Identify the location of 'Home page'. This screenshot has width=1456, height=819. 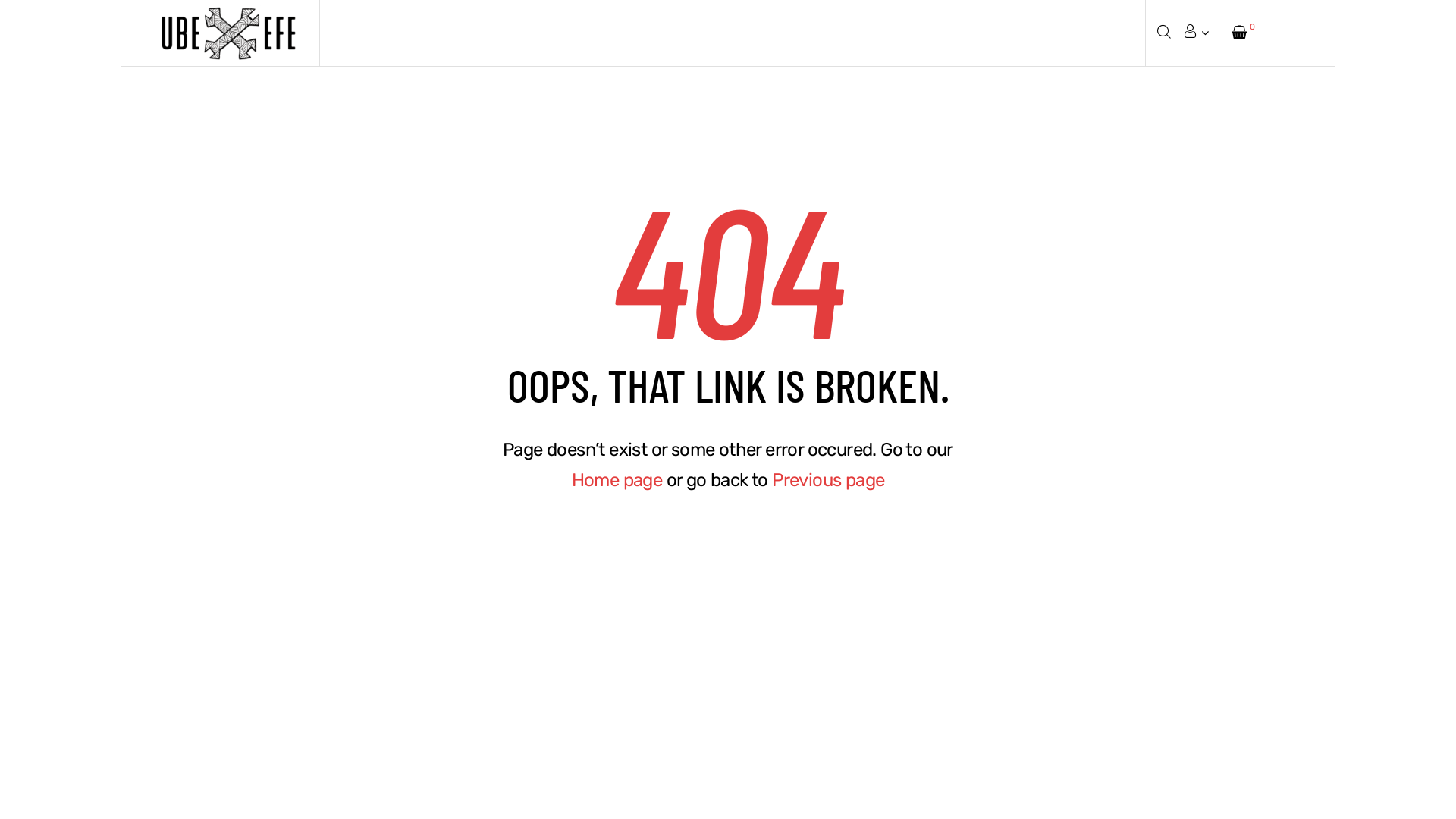
(617, 479).